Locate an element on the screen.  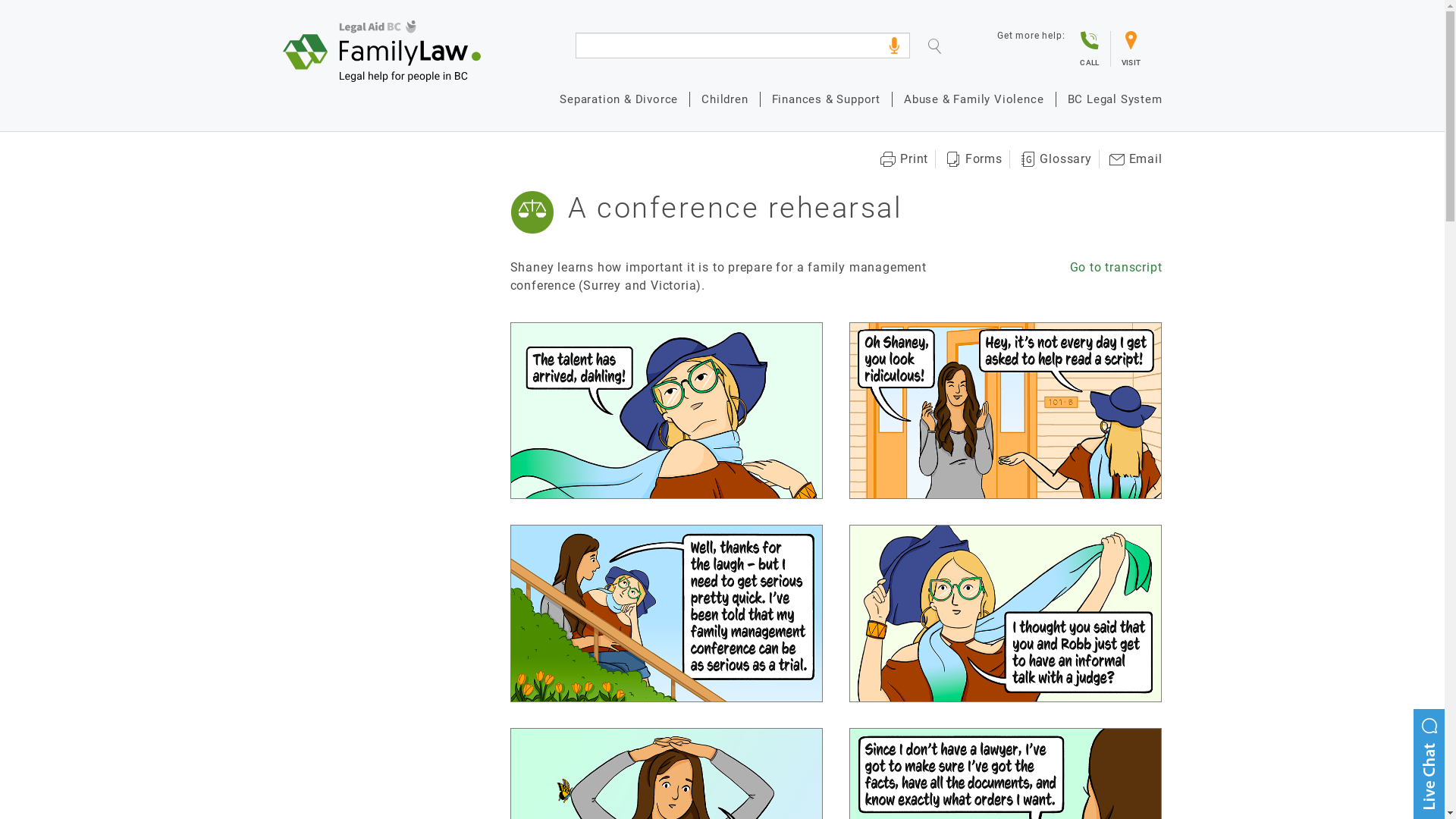
'BC Legal System' is located at coordinates (1109, 99).